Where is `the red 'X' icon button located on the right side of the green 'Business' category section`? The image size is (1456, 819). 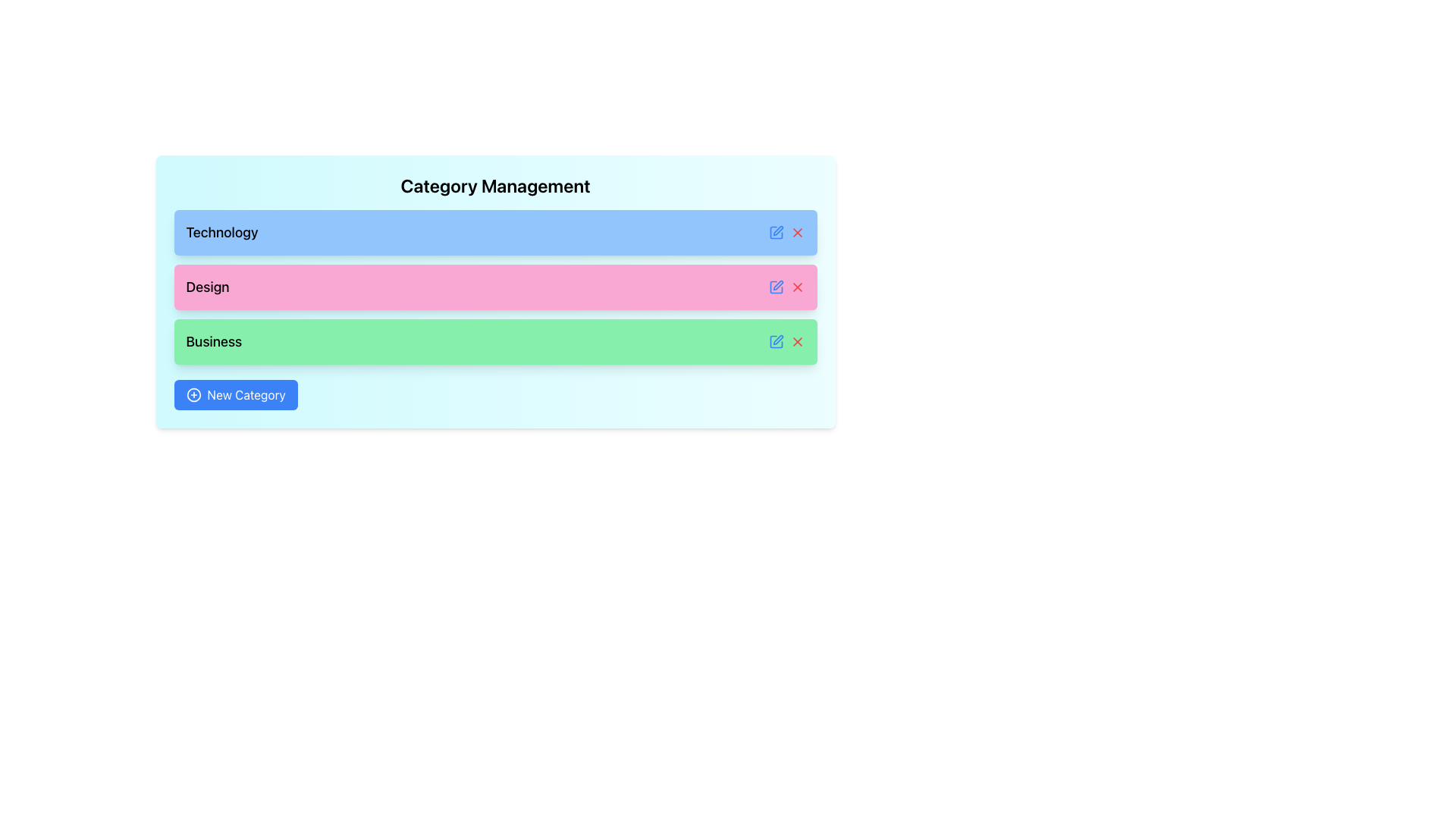
the red 'X' icon button located on the right side of the green 'Business' category section is located at coordinates (796, 342).